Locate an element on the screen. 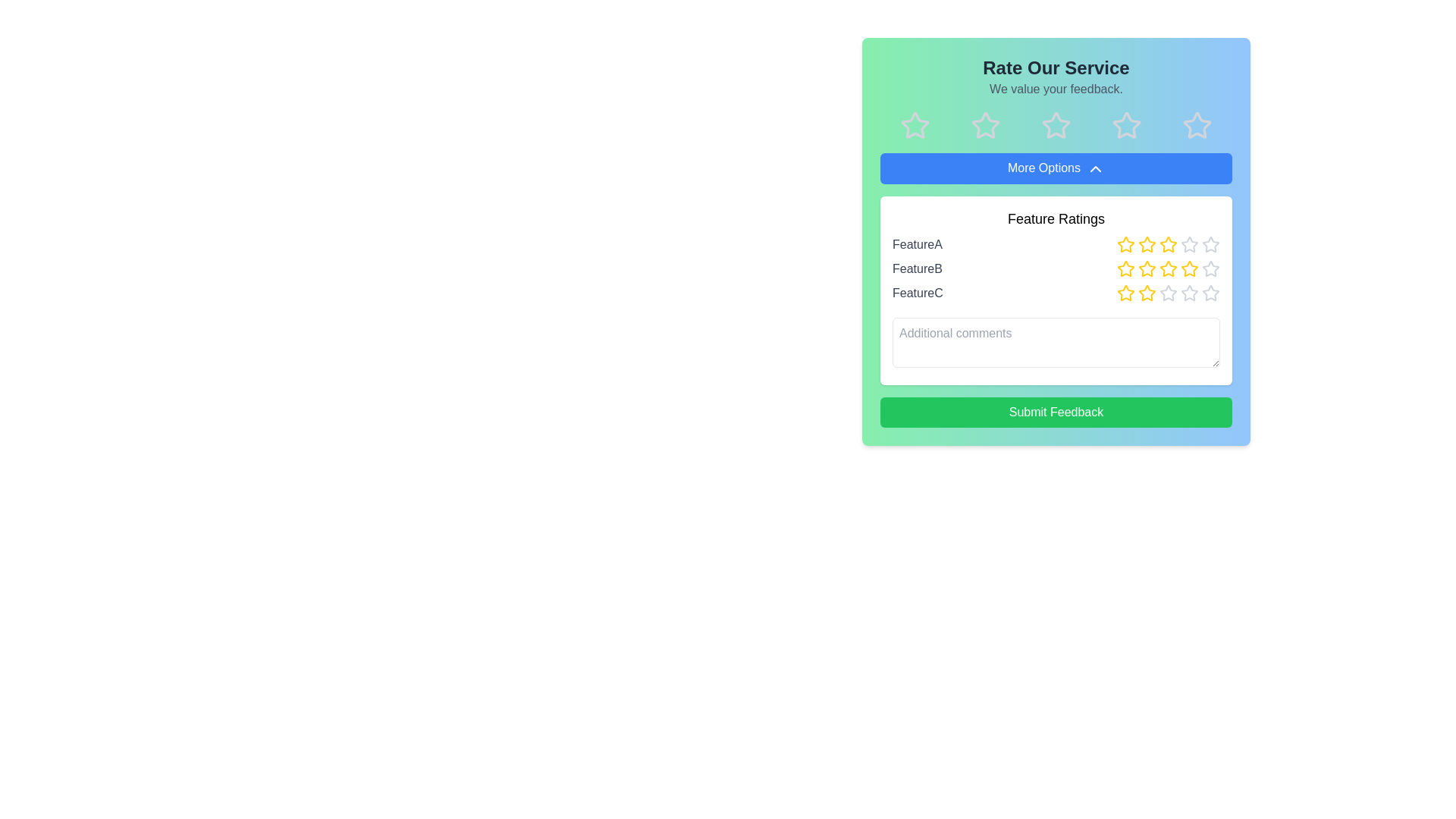  the fourth yellow star icon in the third row of the star rating section under 'FeatureB' is located at coordinates (1189, 268).